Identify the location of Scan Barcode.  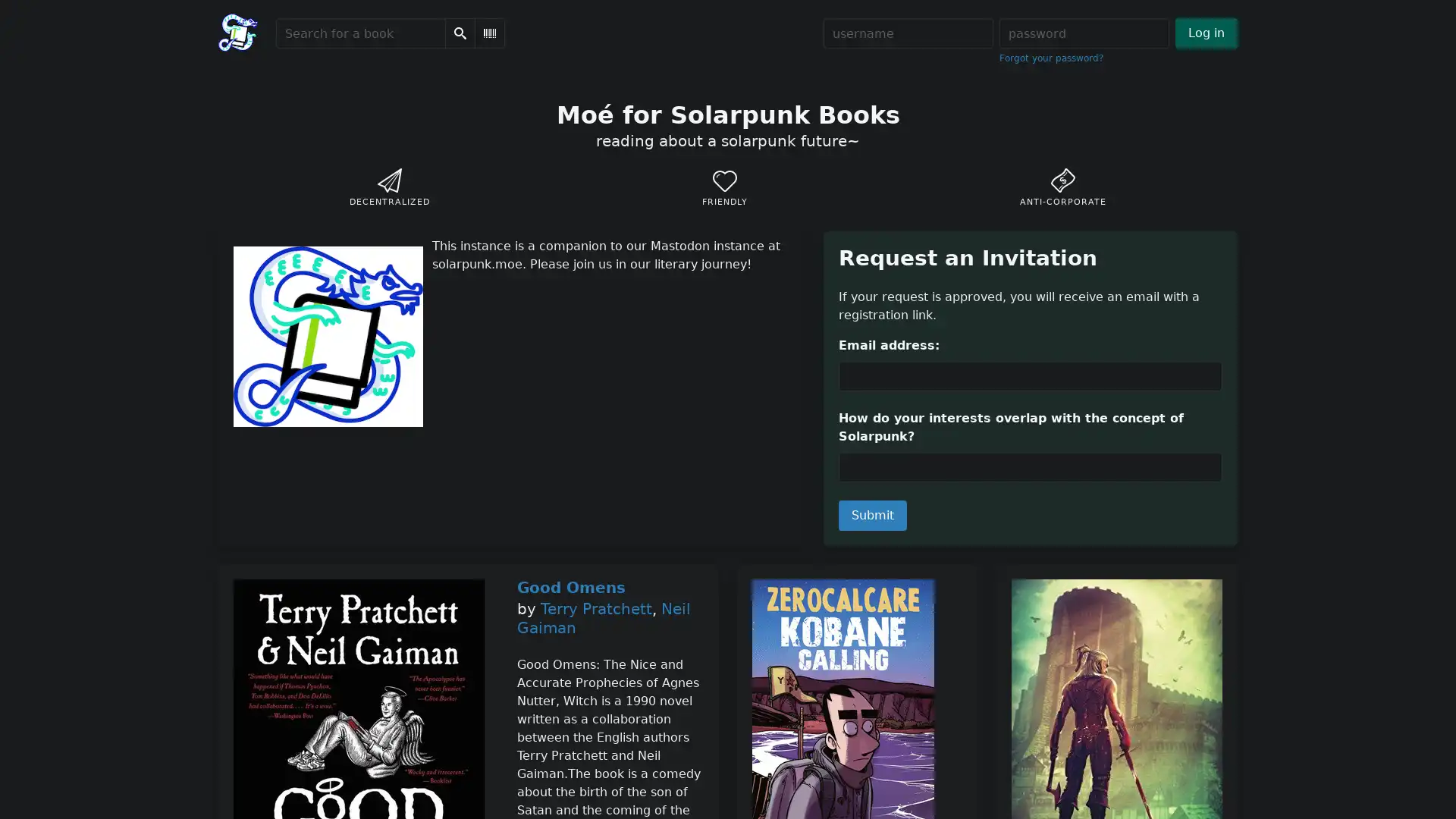
(490, 33).